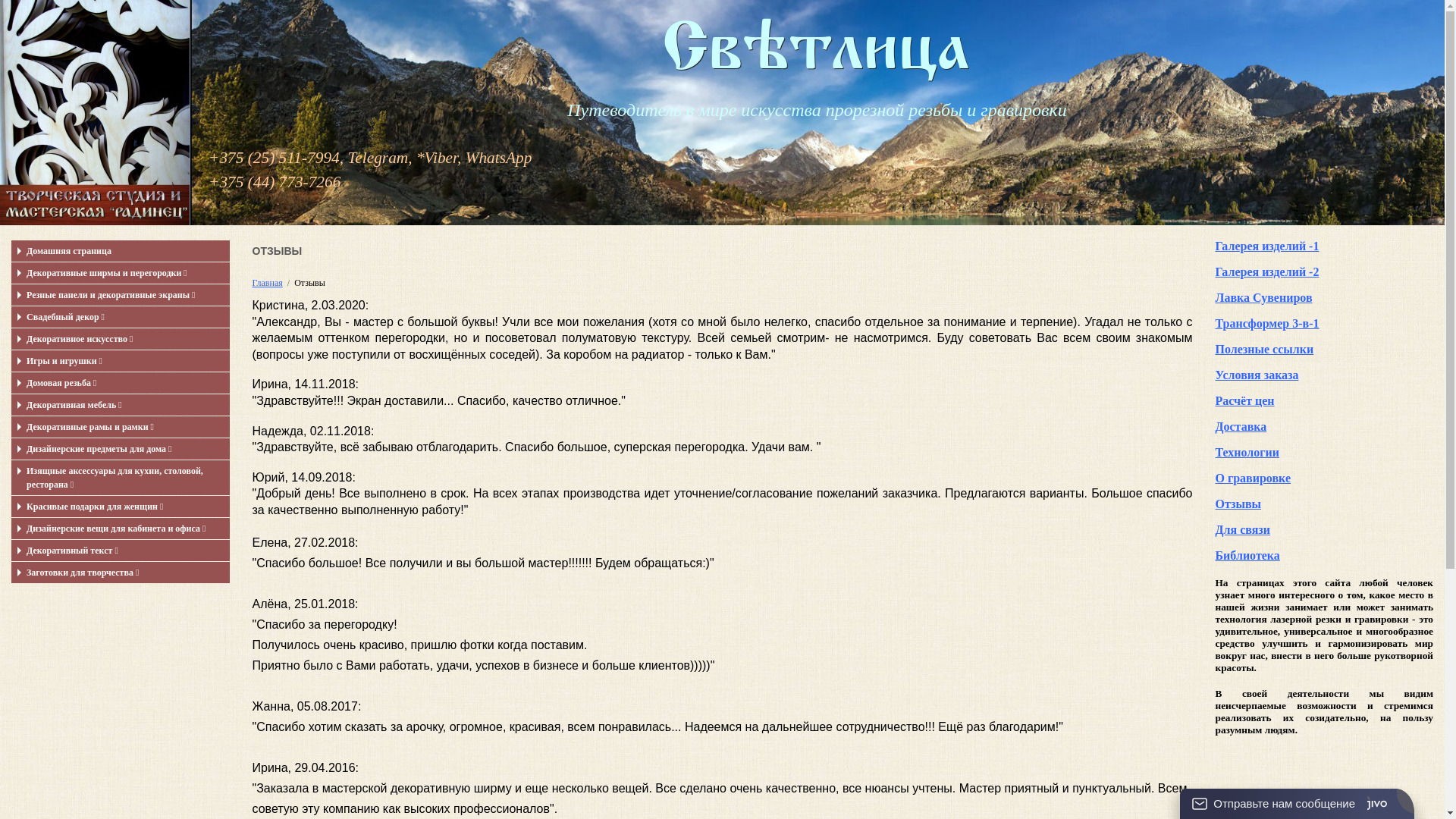 Image resolution: width=1456 pixels, height=819 pixels. What do you see at coordinates (440, 158) in the screenshot?
I see `'Viber'` at bounding box center [440, 158].